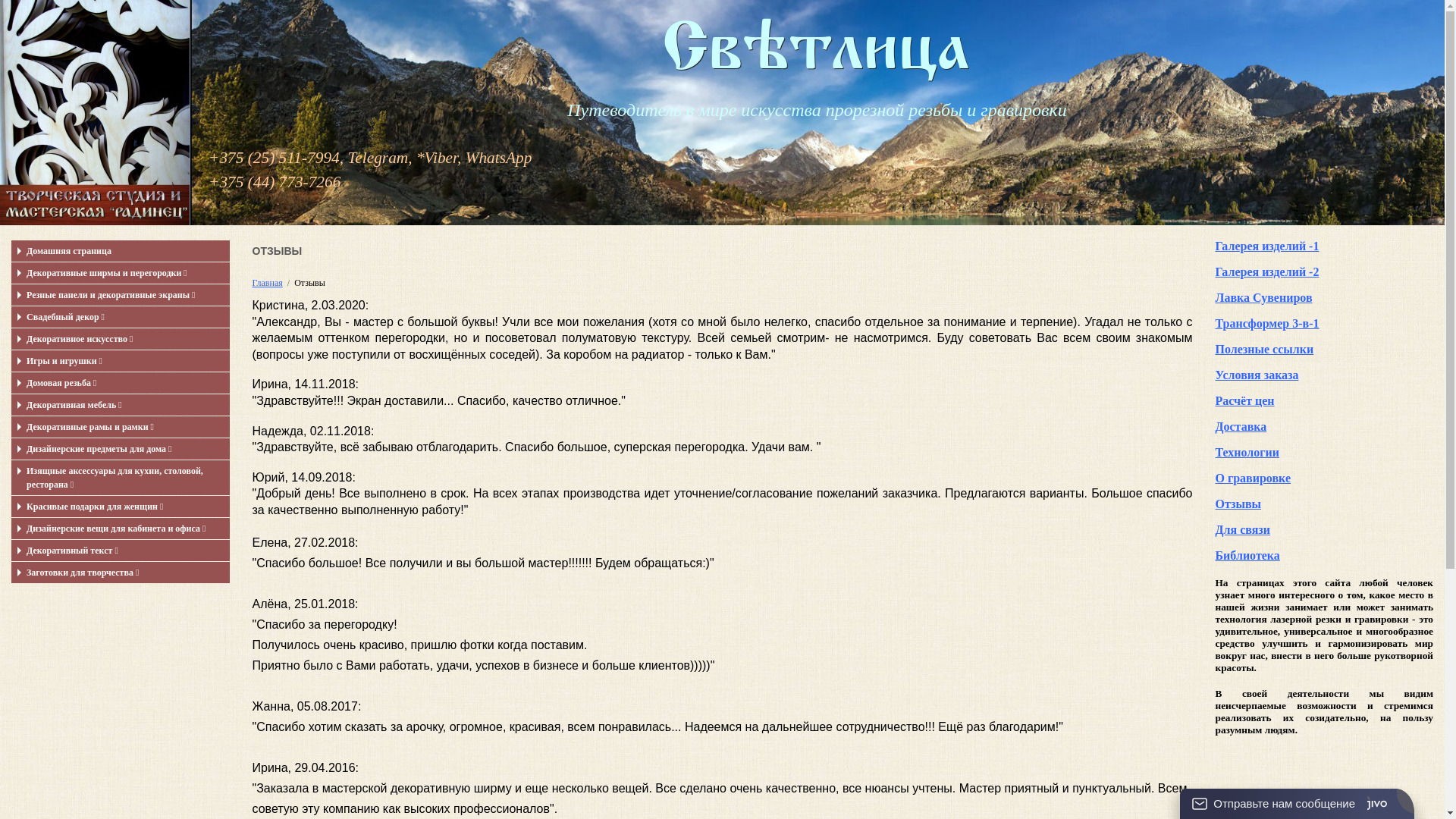 Image resolution: width=1456 pixels, height=819 pixels. What do you see at coordinates (440, 158) in the screenshot?
I see `'Viber'` at bounding box center [440, 158].